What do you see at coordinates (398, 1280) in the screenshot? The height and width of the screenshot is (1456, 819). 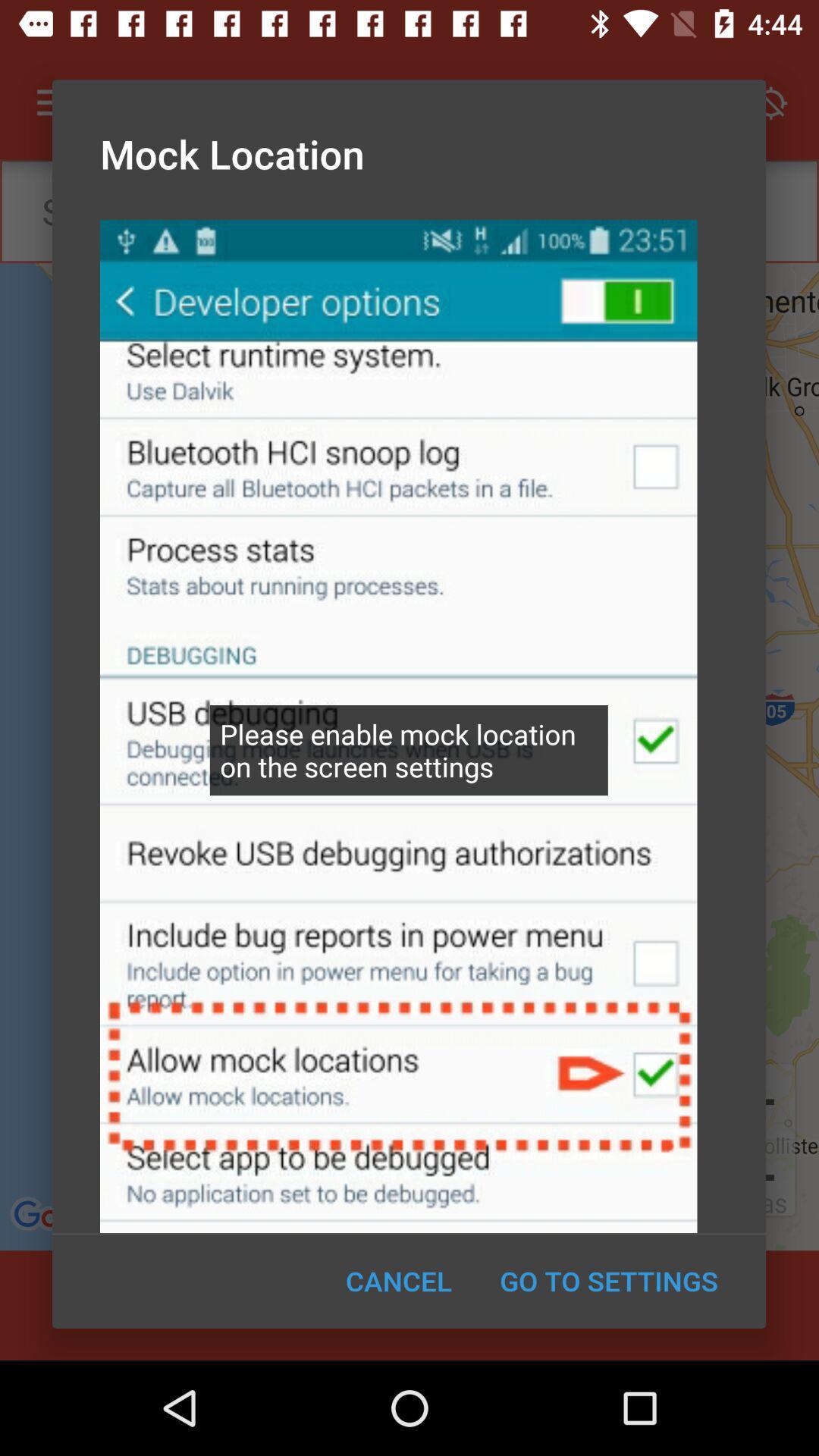 I see `the item next to the go to settings item` at bounding box center [398, 1280].